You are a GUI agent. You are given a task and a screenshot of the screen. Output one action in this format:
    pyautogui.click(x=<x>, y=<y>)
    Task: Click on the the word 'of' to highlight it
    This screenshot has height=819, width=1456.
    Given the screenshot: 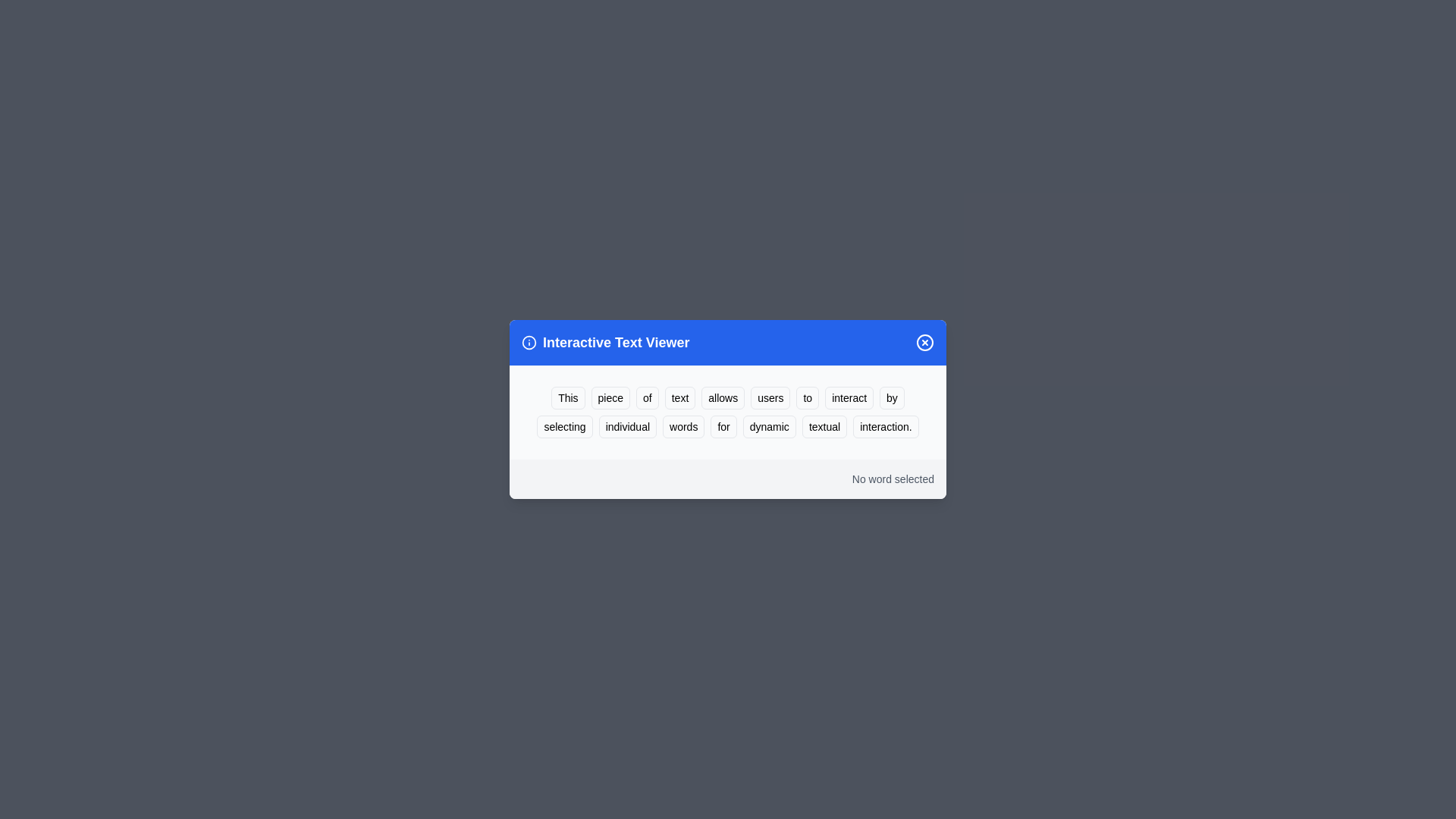 What is the action you would take?
    pyautogui.click(x=647, y=397)
    